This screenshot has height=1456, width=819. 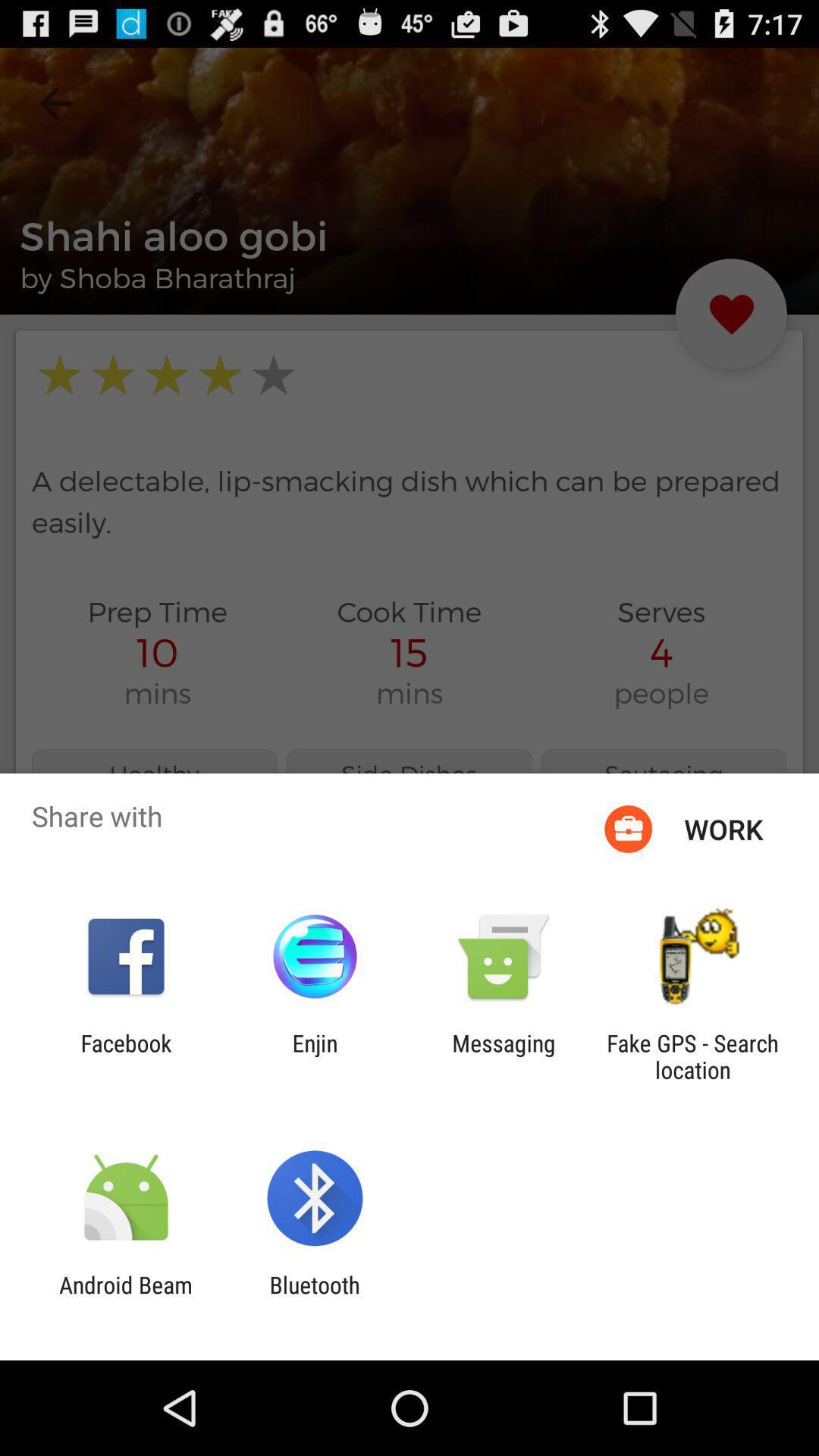 I want to click on the app to the right of enjin icon, so click(x=504, y=1056).